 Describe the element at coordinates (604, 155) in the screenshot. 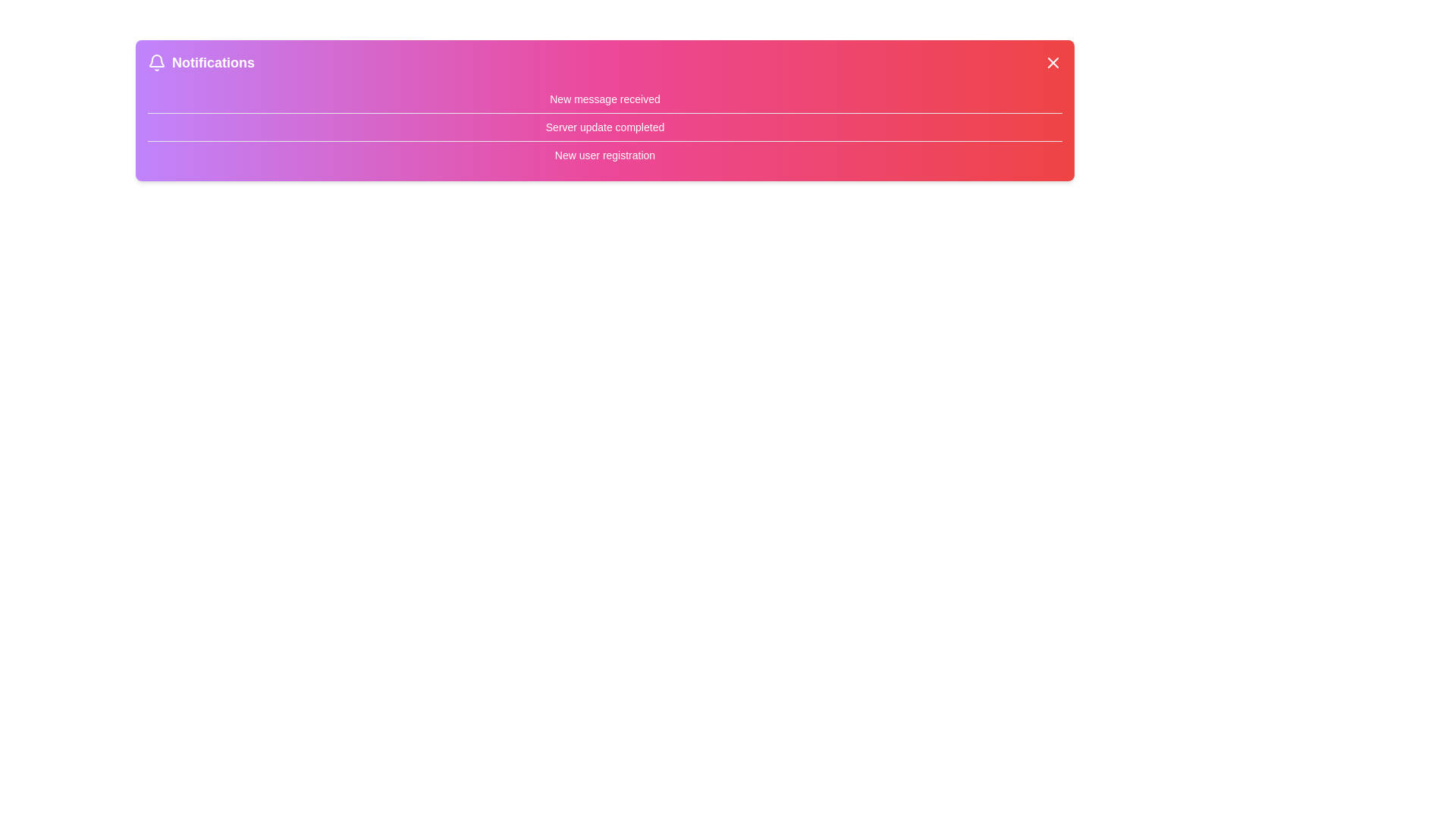

I see `the static text notification element indicating a new user registration event, which is the last item in a vertical list of notifications` at that location.